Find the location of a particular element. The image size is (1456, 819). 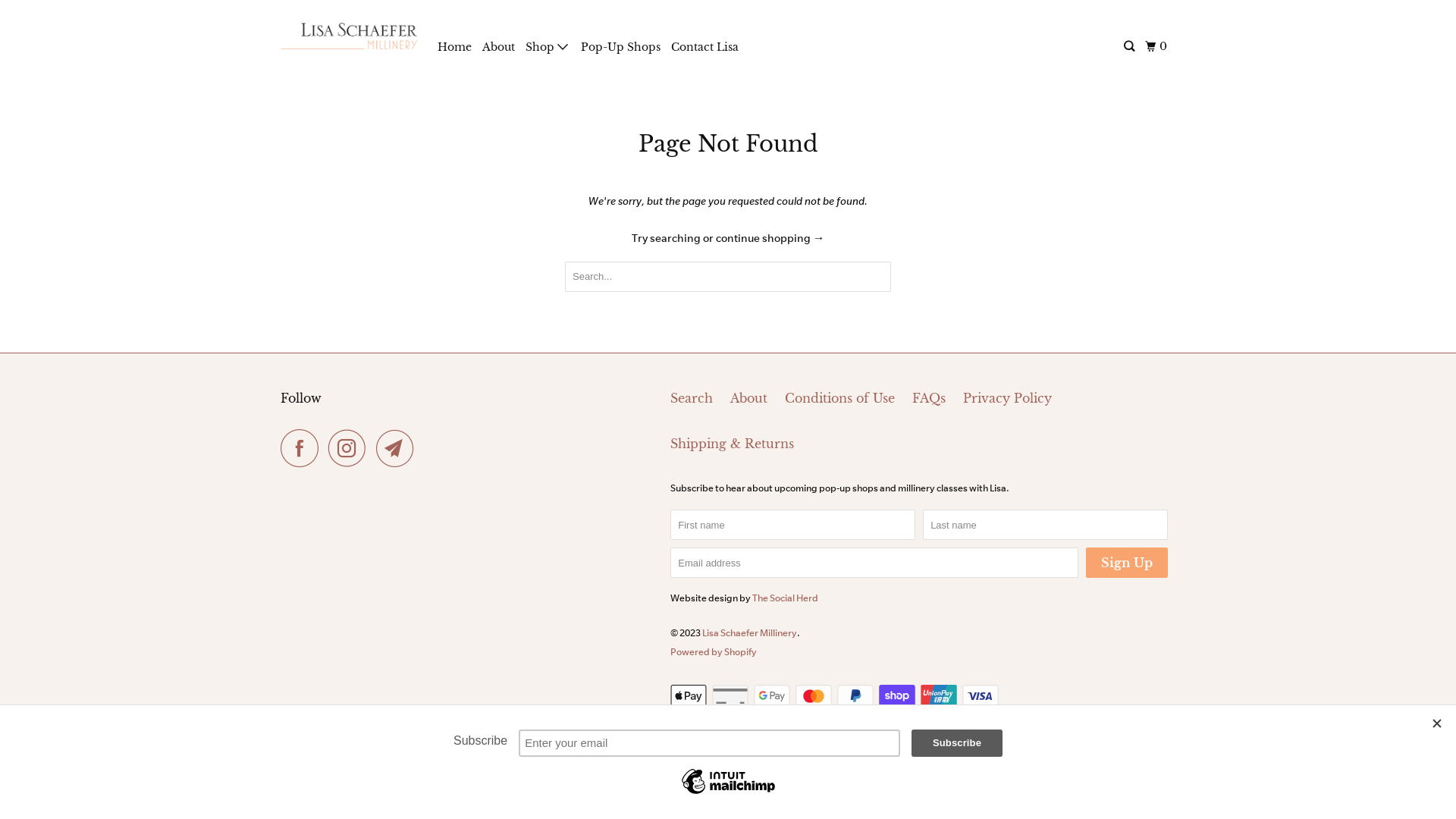

'Conditions of Use' is located at coordinates (785, 397).